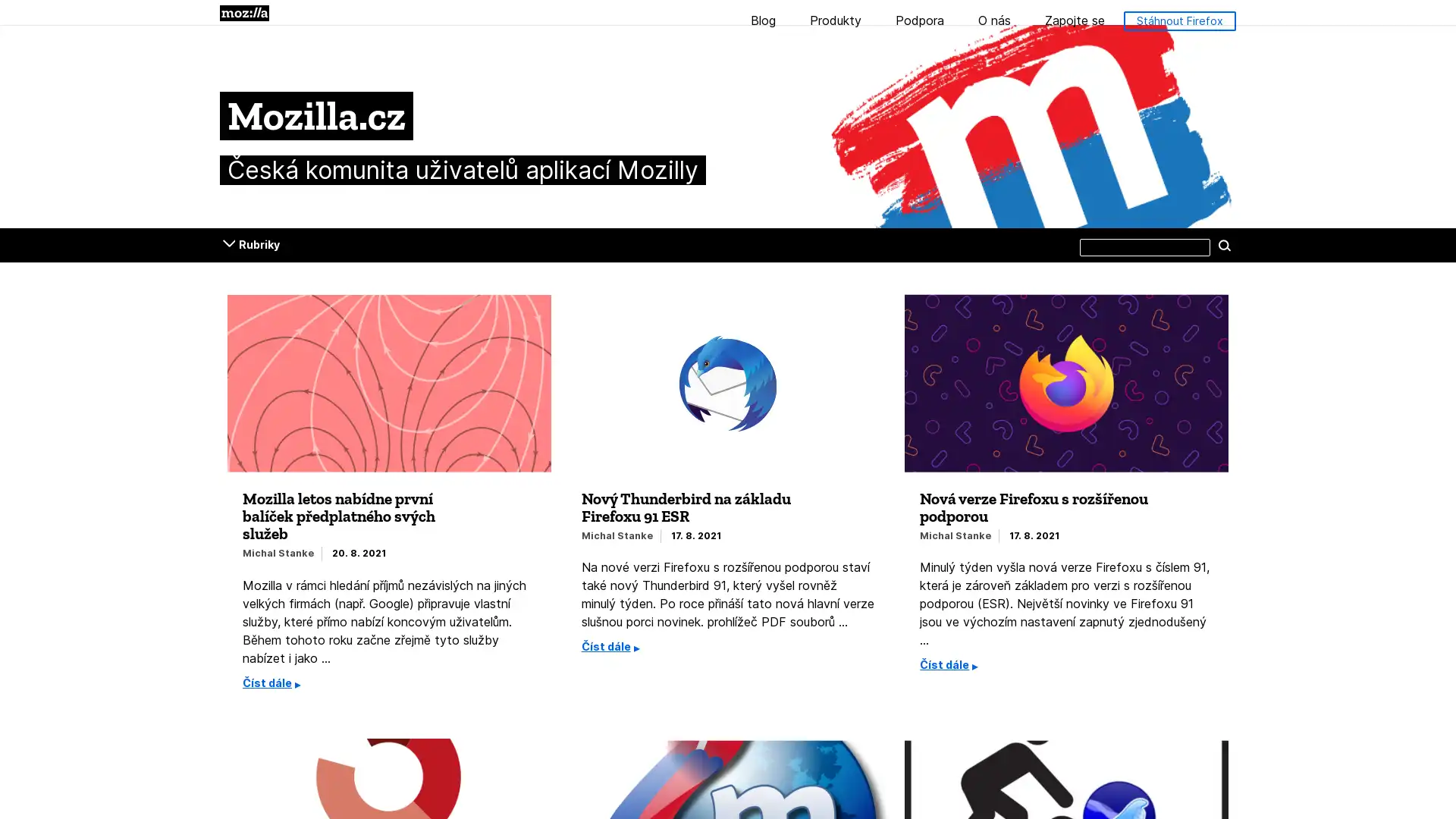  I want to click on Hledat, so click(1224, 244).